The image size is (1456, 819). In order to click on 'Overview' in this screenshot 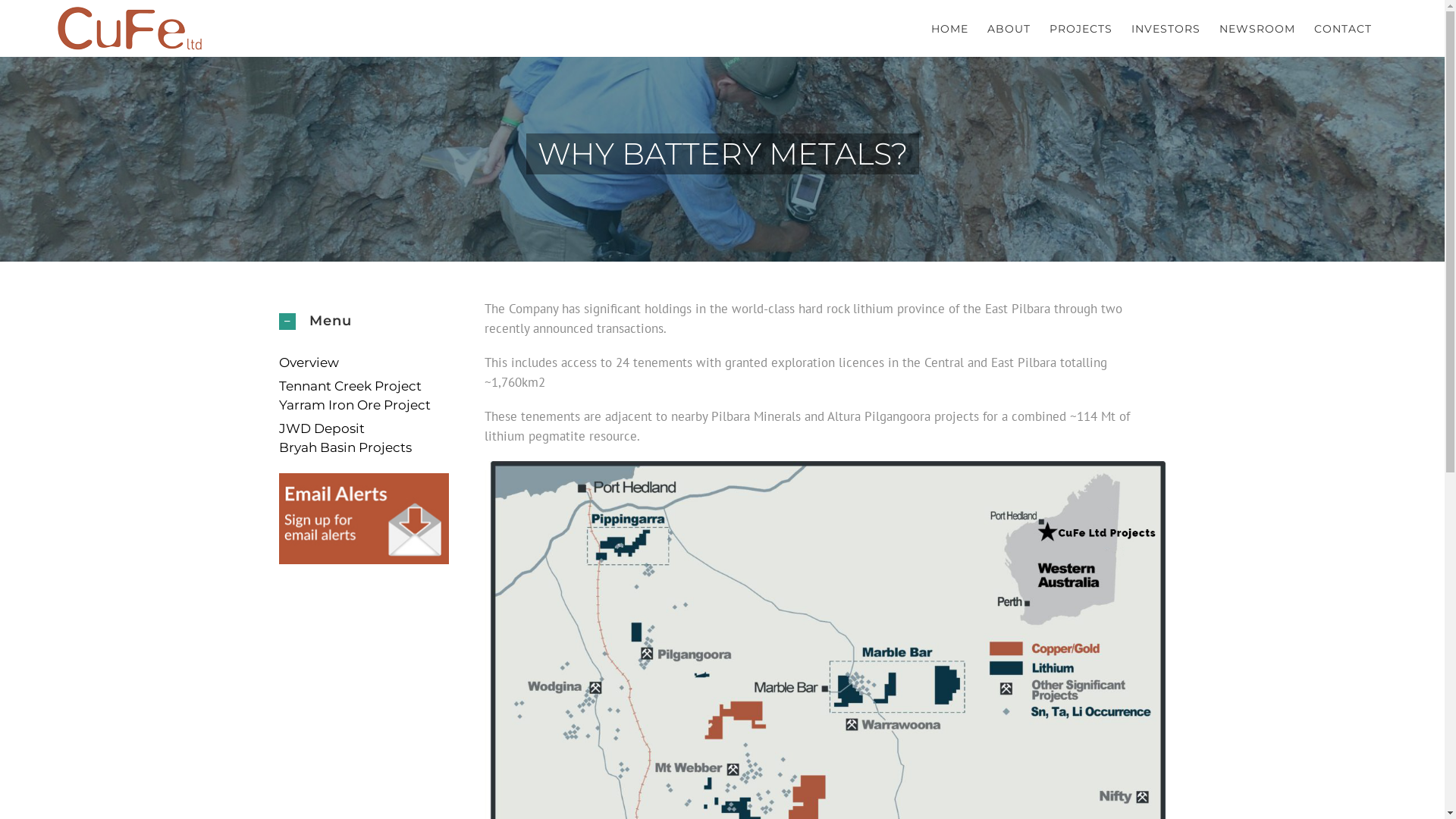, I will do `click(308, 362)`.